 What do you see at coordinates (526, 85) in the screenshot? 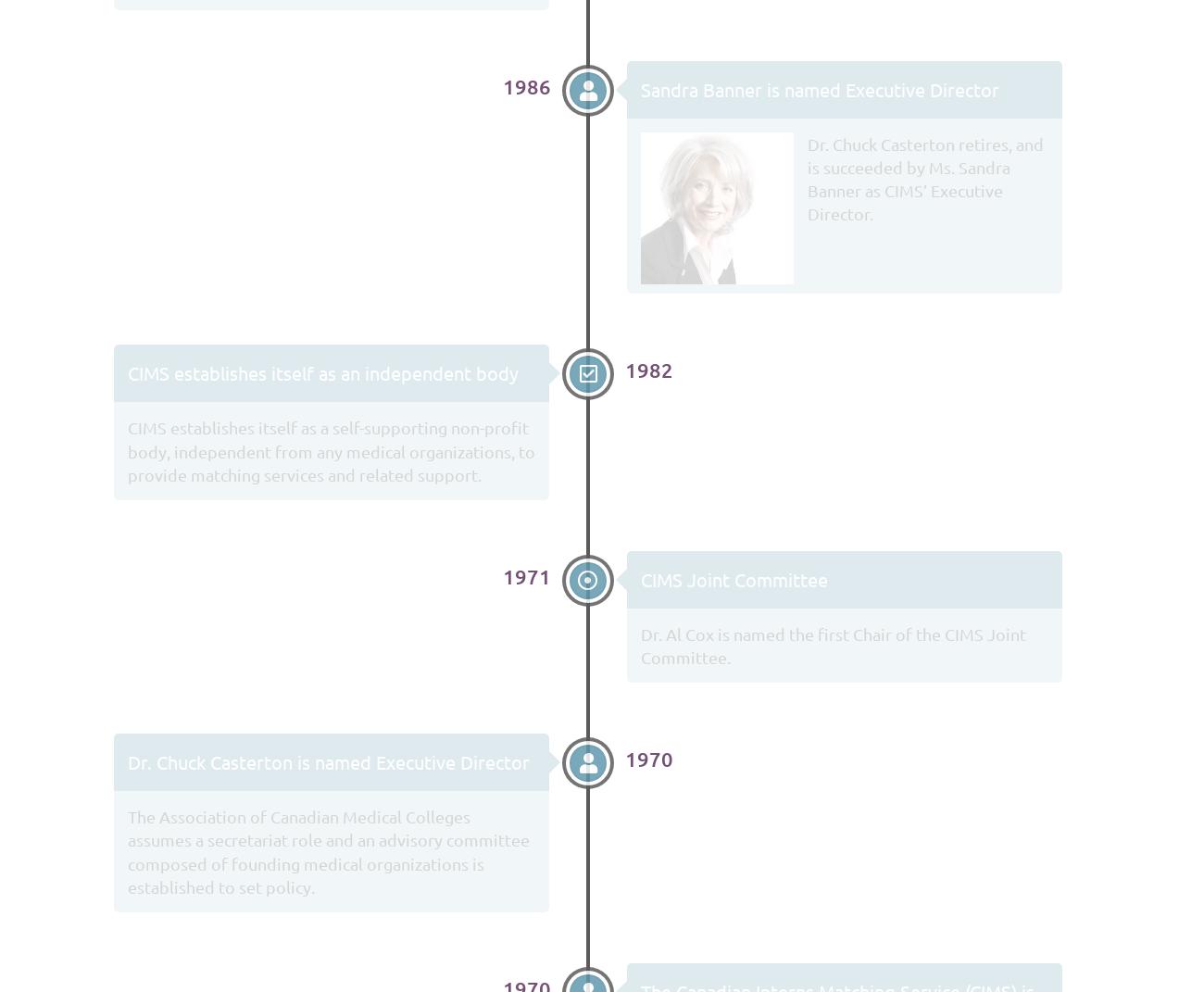
I see `'1986'` at bounding box center [526, 85].